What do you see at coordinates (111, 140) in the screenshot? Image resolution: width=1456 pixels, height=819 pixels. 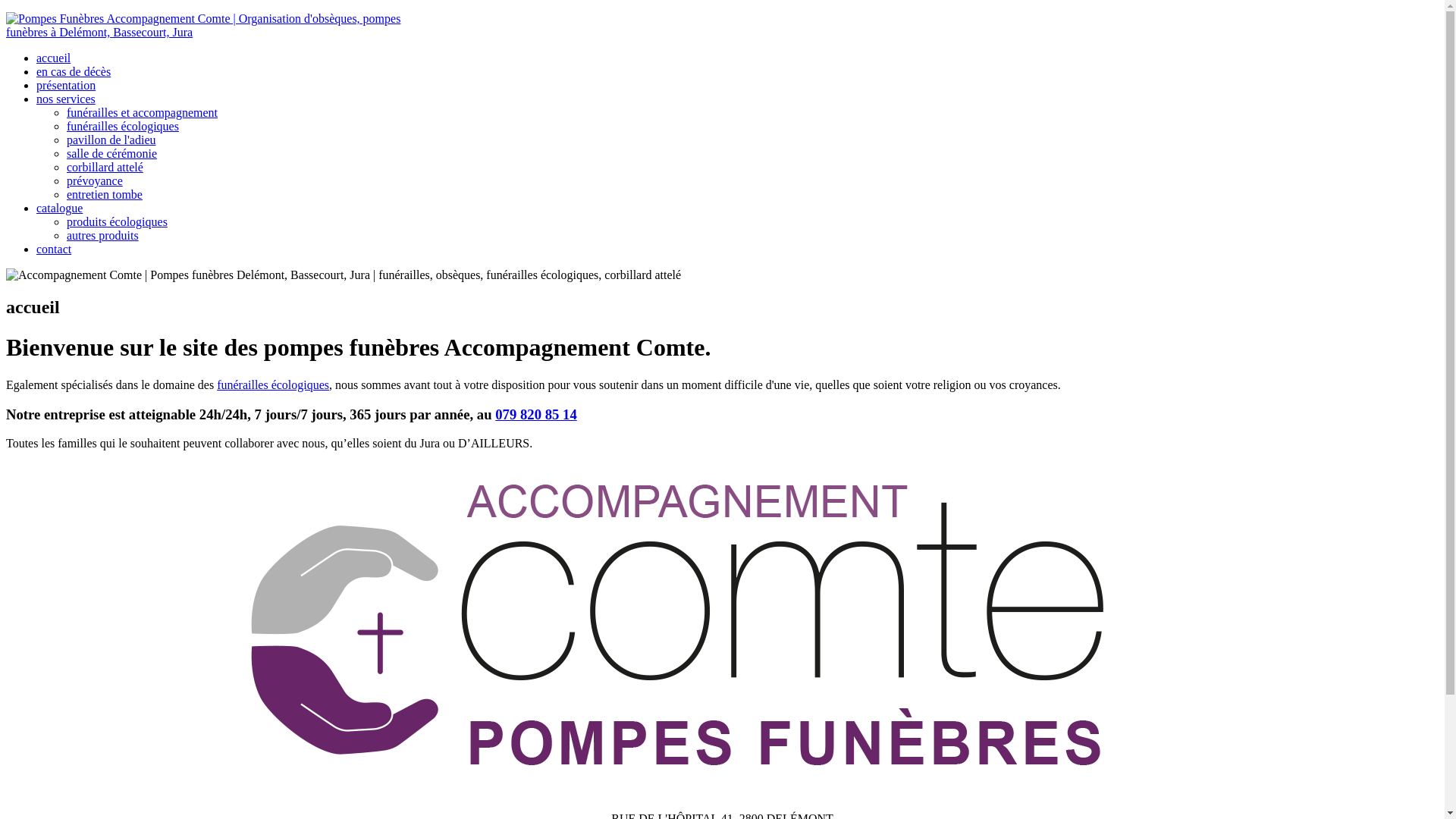 I see `'pavillon de l'adieu'` at bounding box center [111, 140].